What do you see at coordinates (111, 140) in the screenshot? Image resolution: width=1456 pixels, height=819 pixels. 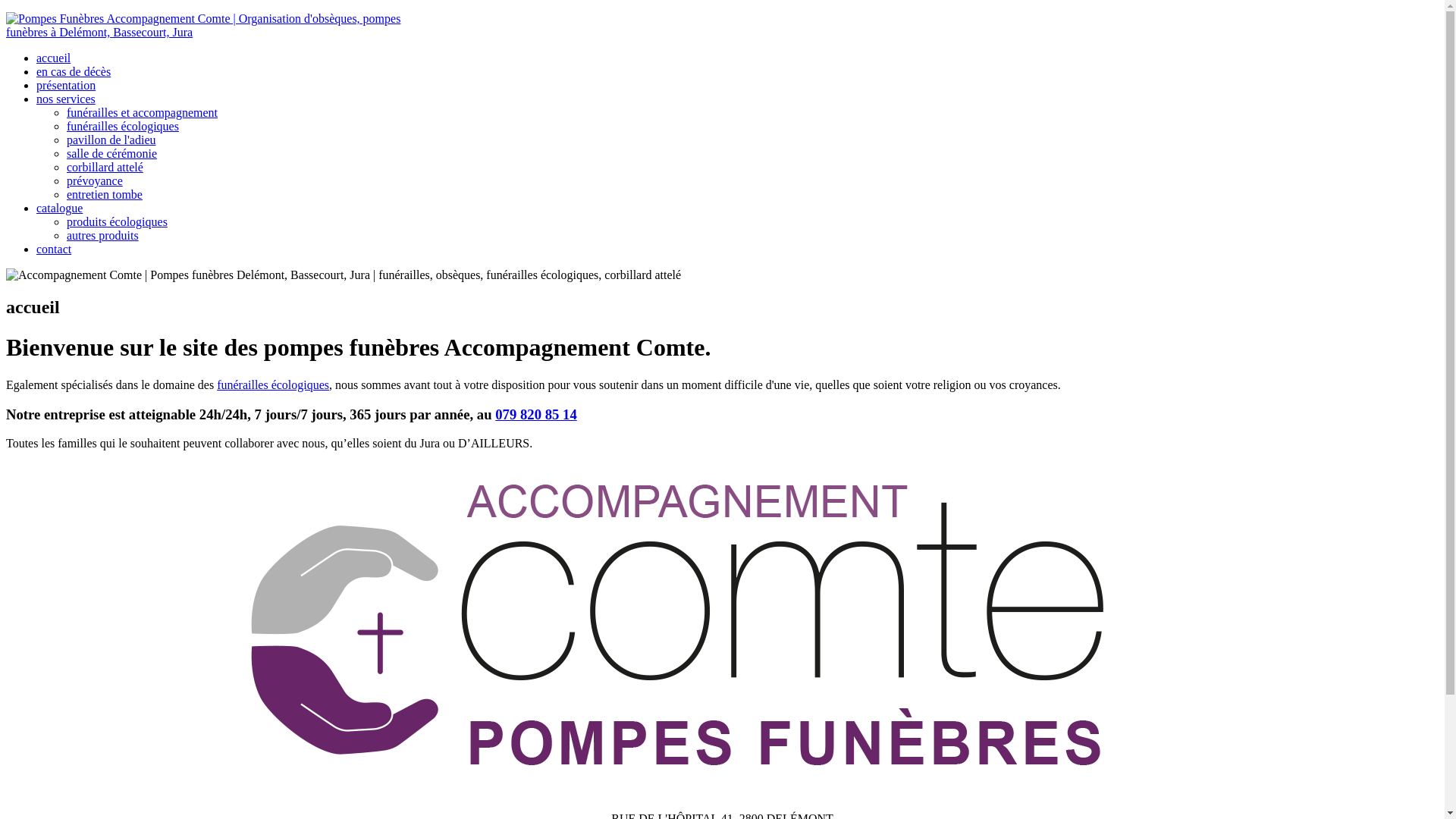 I see `'pavillon de l'adieu'` at bounding box center [111, 140].